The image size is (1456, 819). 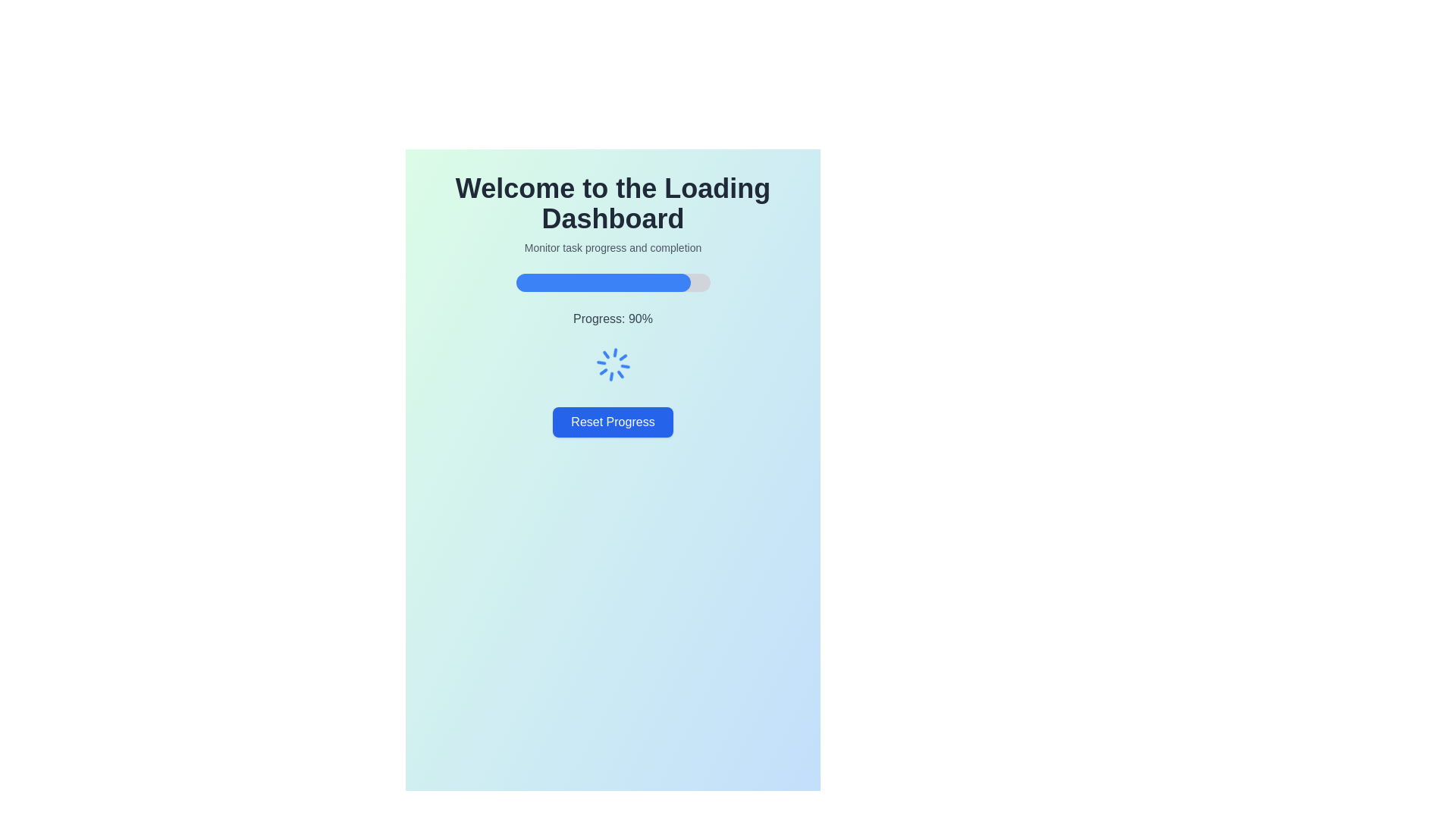 What do you see at coordinates (613, 365) in the screenshot?
I see `the loading spinner located directly below the progress text ('Progress: 90%') and above the 'Reset Progress' button in the centered column layout` at bounding box center [613, 365].